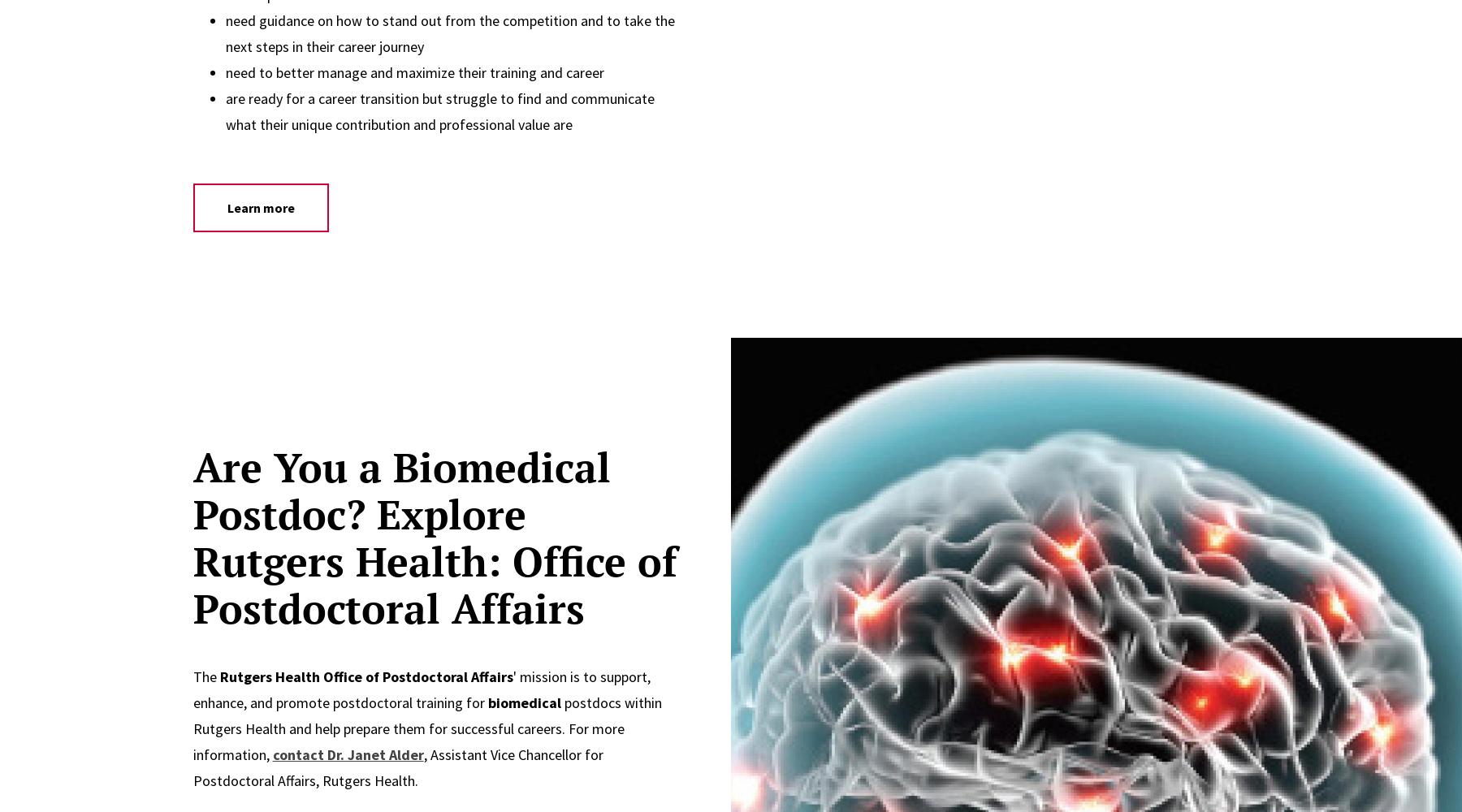 The width and height of the screenshot is (1462, 812). Describe the element at coordinates (270, 754) in the screenshot. I see `'contact Dr. Janet Alder'` at that location.